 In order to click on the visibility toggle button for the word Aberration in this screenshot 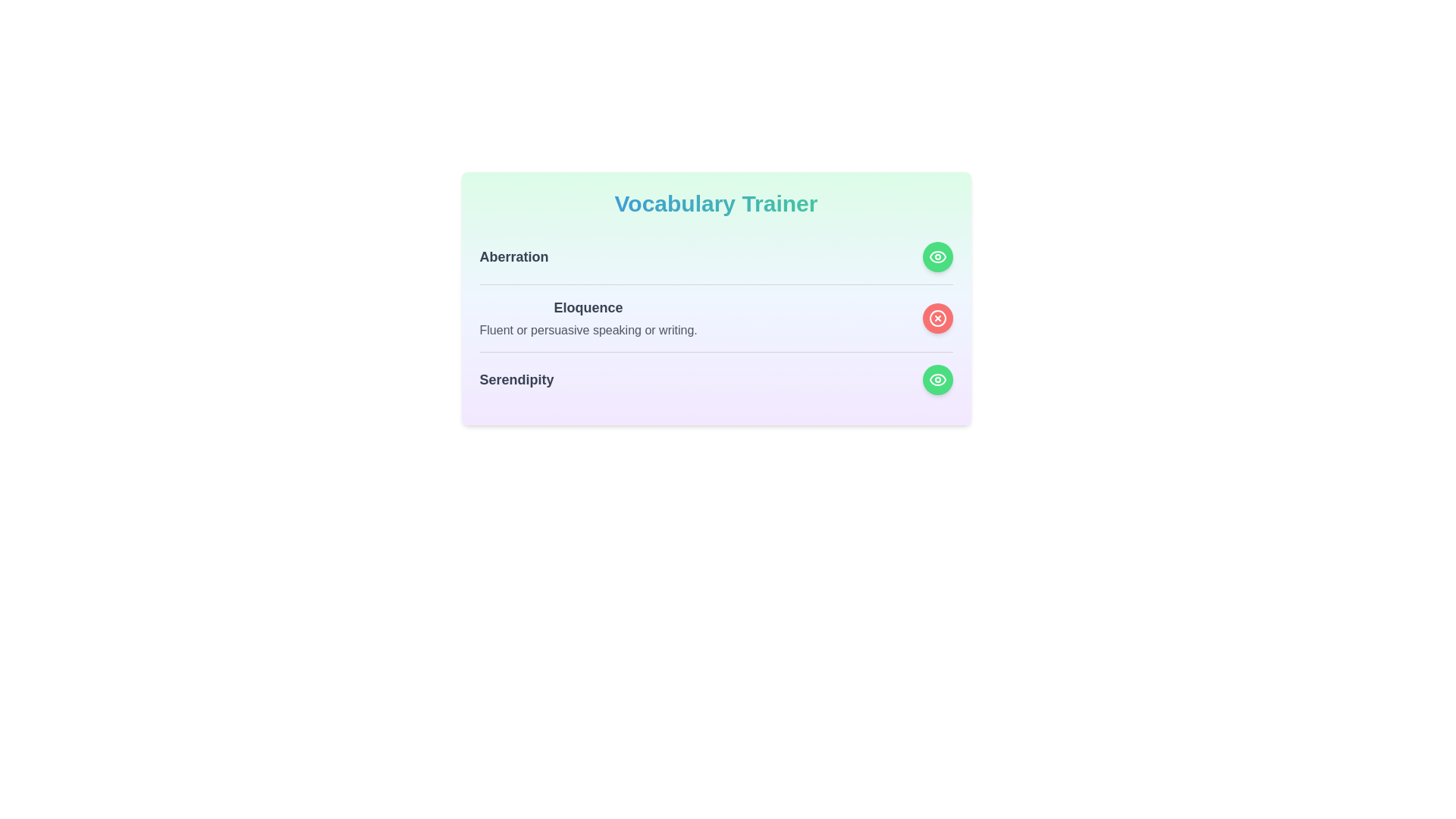, I will do `click(937, 256)`.